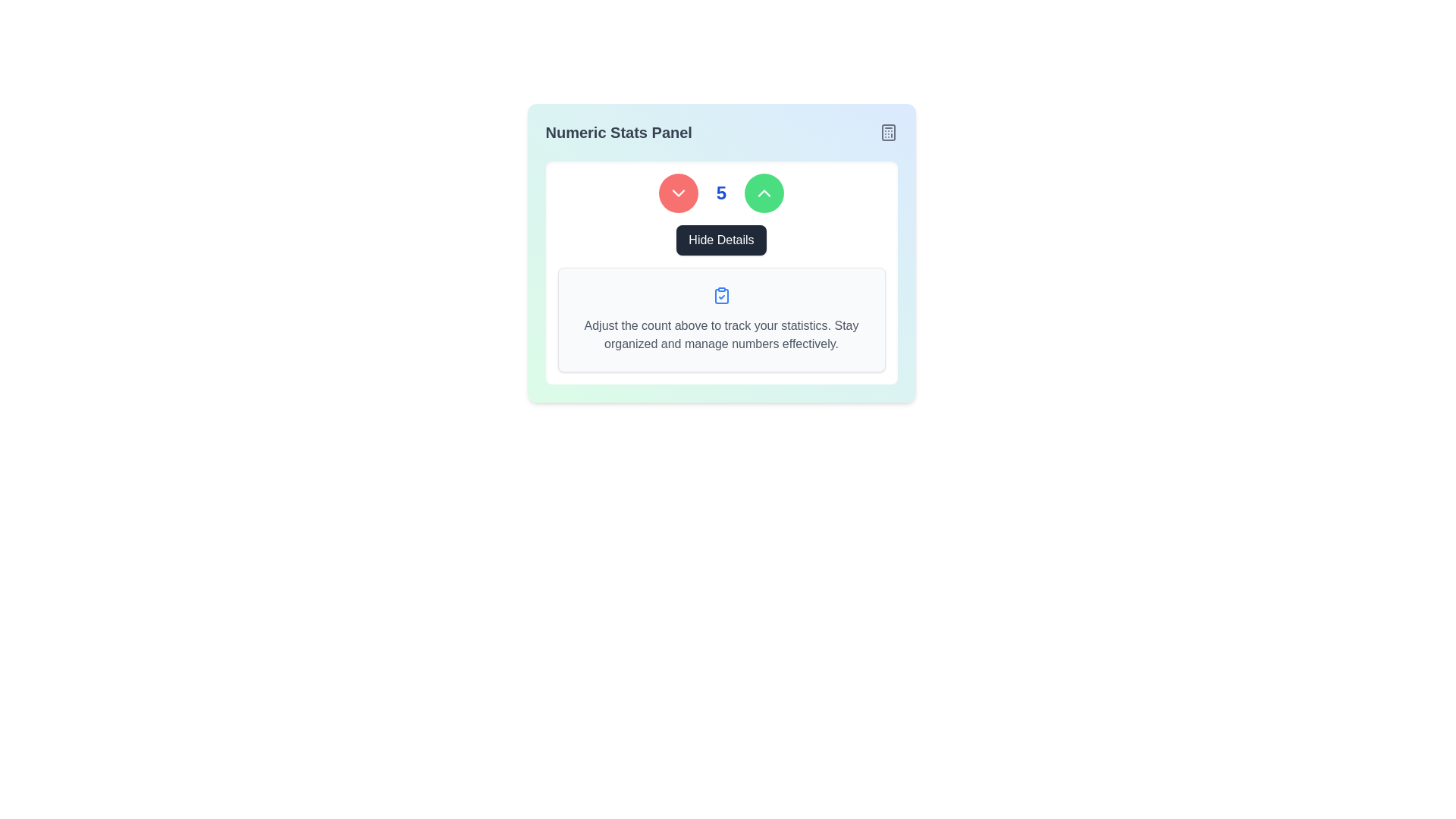  What do you see at coordinates (720, 192) in the screenshot?
I see `the numeric display showing the bold, blue-styled '5' to trigger tooltip or highlight effects` at bounding box center [720, 192].